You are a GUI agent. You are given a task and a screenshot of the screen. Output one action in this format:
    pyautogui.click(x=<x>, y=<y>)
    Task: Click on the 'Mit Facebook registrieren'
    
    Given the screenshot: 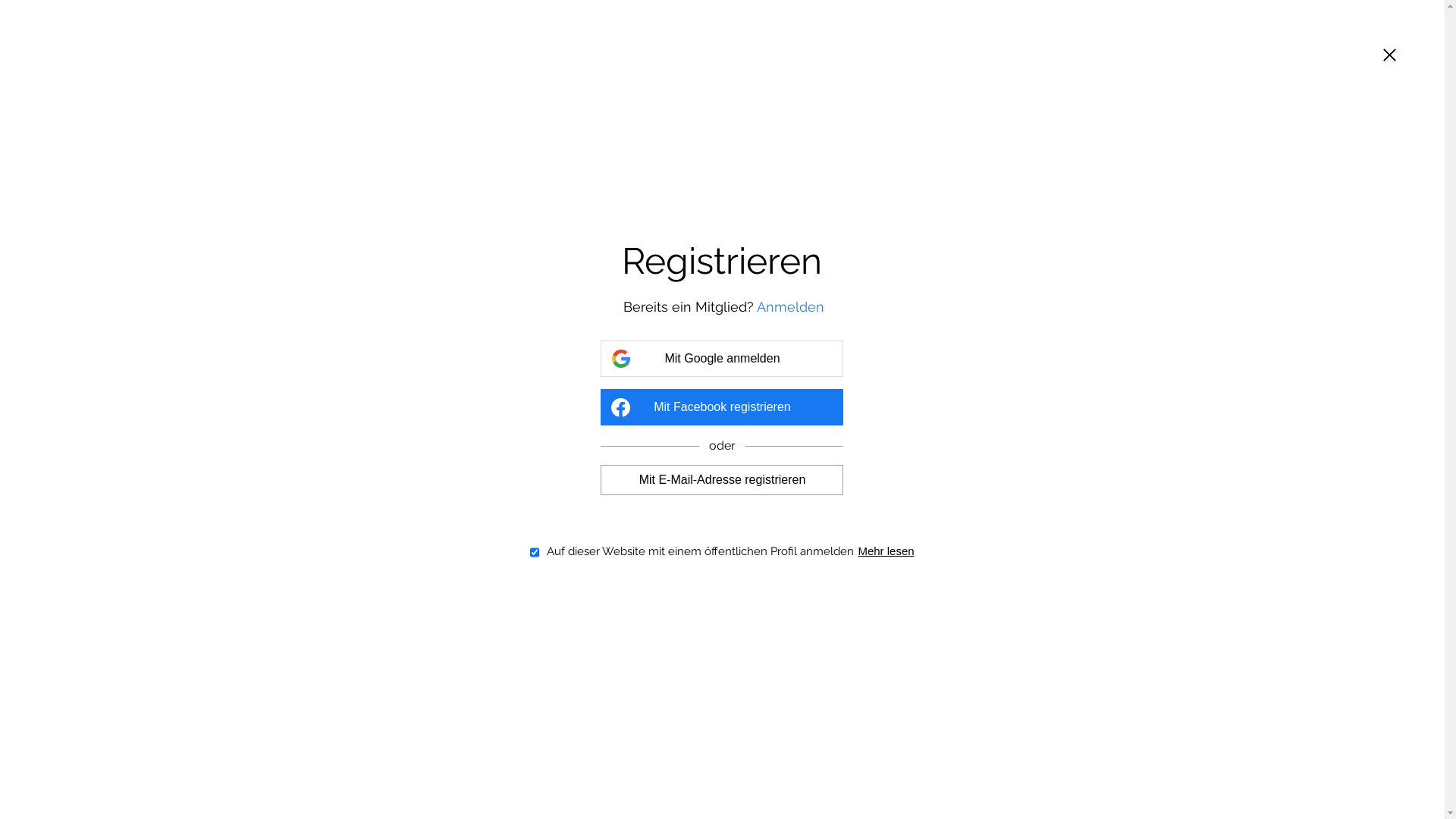 What is the action you would take?
    pyautogui.click(x=720, y=406)
    